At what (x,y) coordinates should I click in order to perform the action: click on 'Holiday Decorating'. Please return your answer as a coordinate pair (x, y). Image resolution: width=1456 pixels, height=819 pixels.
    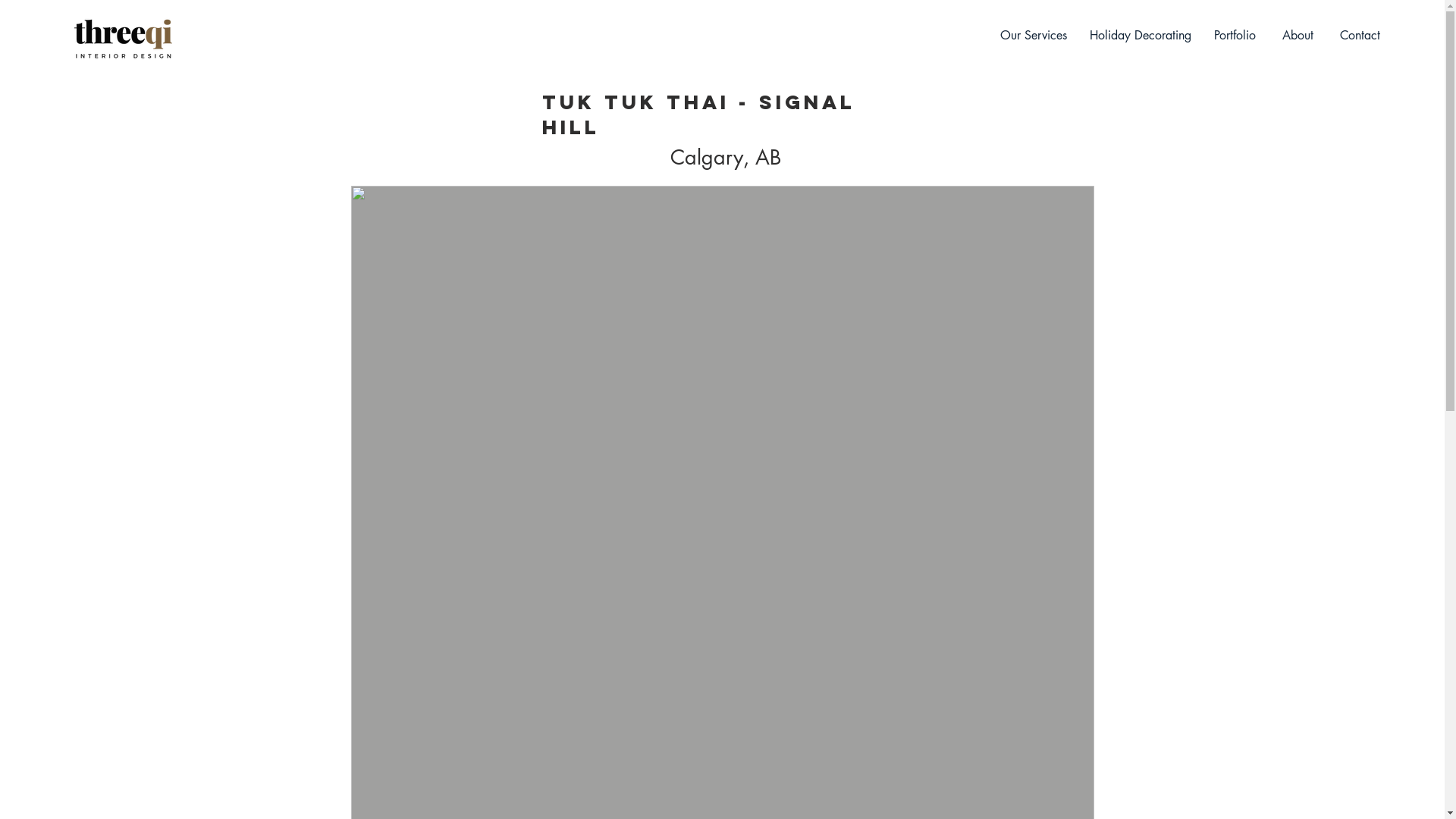
    Looking at the image, I should click on (1140, 34).